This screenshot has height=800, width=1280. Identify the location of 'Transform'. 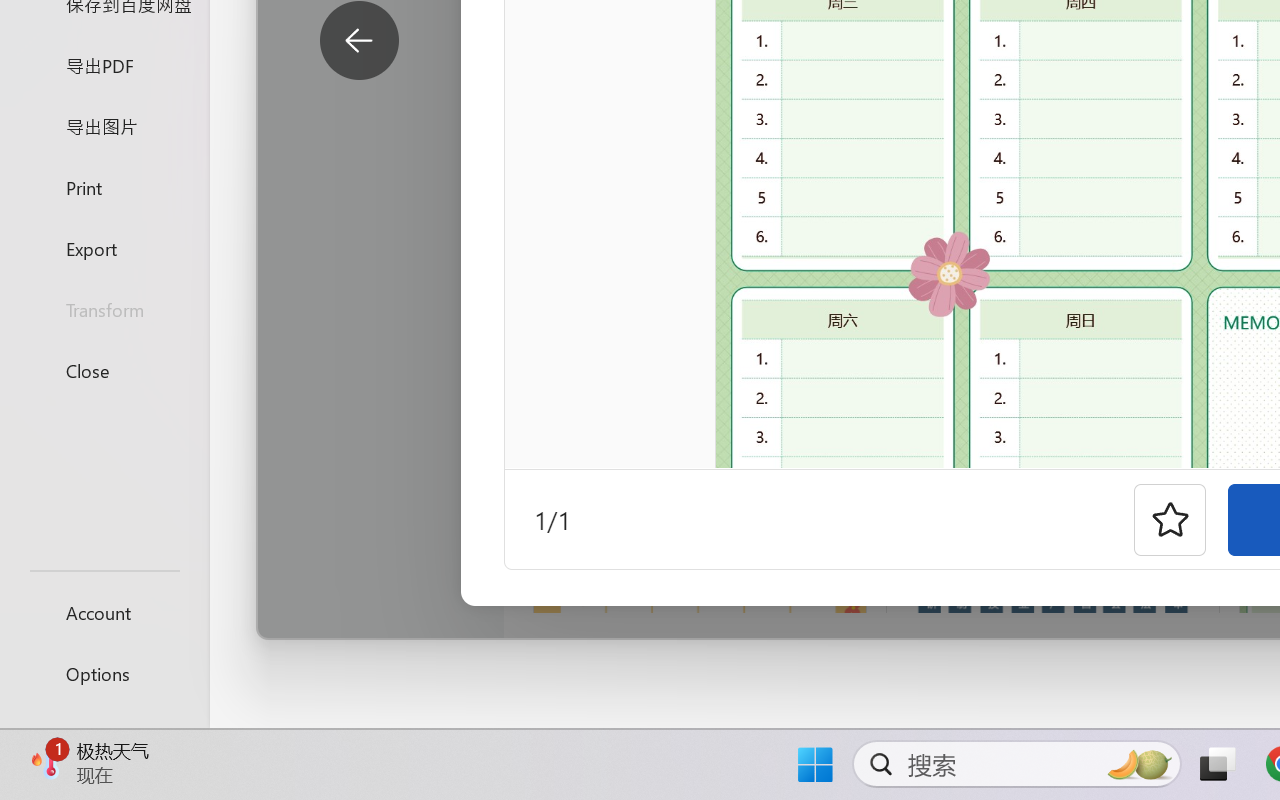
(103, 308).